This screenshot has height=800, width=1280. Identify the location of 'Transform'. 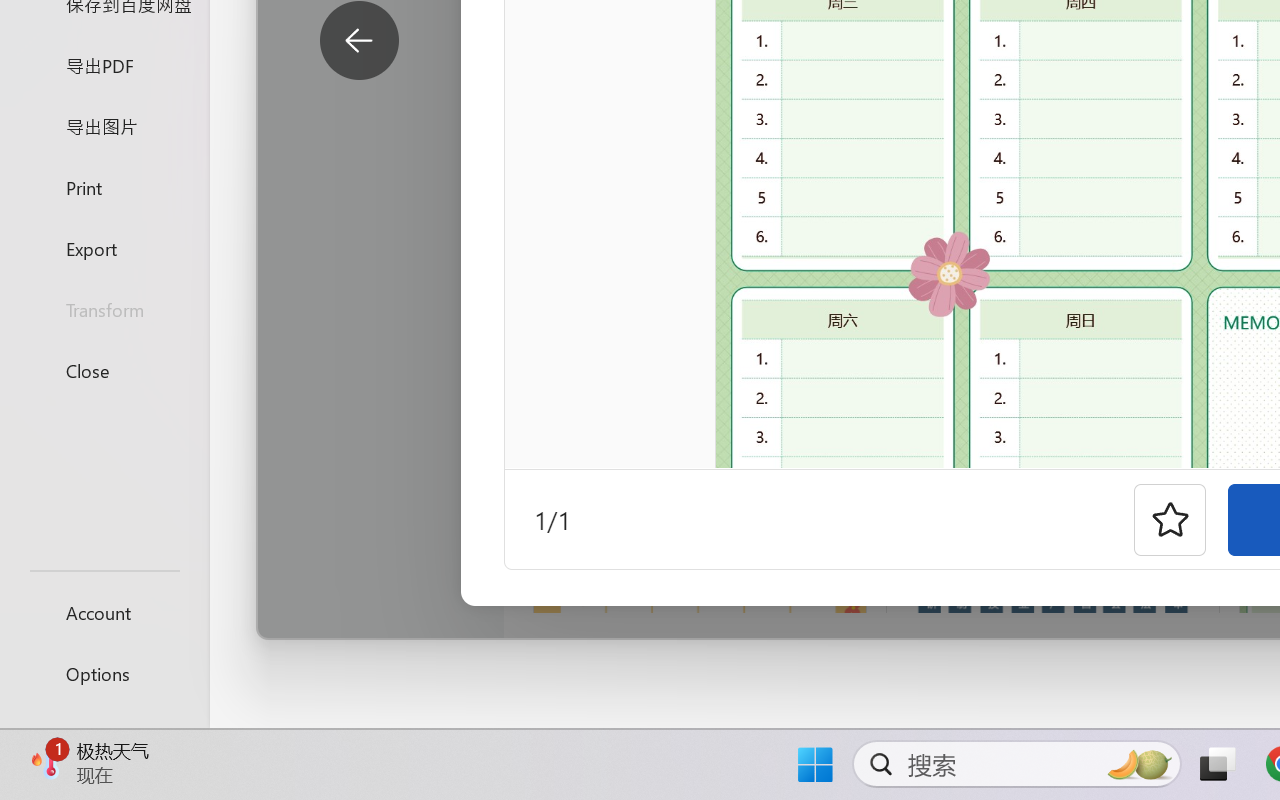
(103, 308).